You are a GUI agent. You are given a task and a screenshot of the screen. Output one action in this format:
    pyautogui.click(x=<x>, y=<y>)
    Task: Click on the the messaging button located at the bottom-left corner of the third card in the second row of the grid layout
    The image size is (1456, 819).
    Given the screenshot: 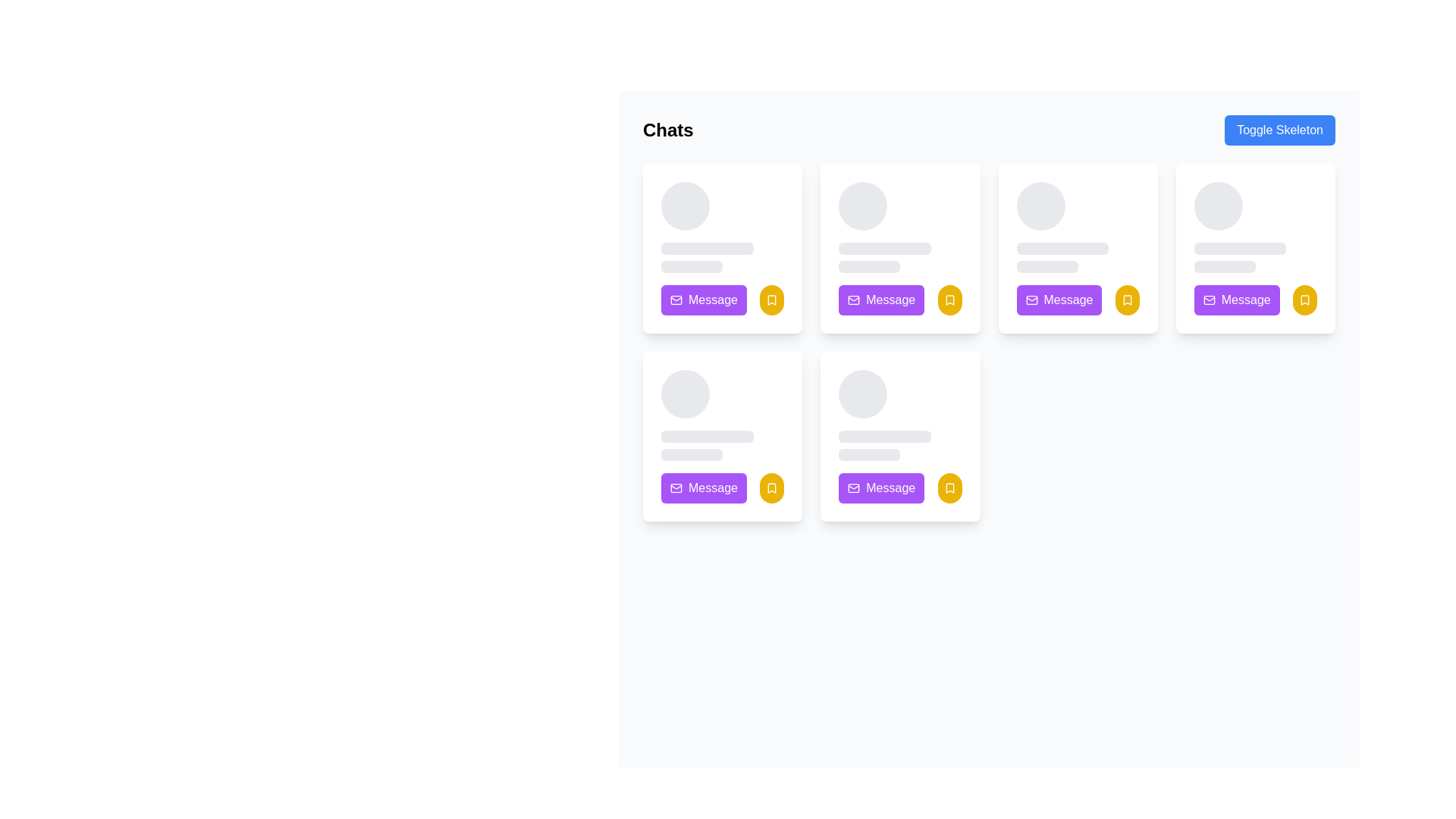 What is the action you would take?
    pyautogui.click(x=703, y=300)
    